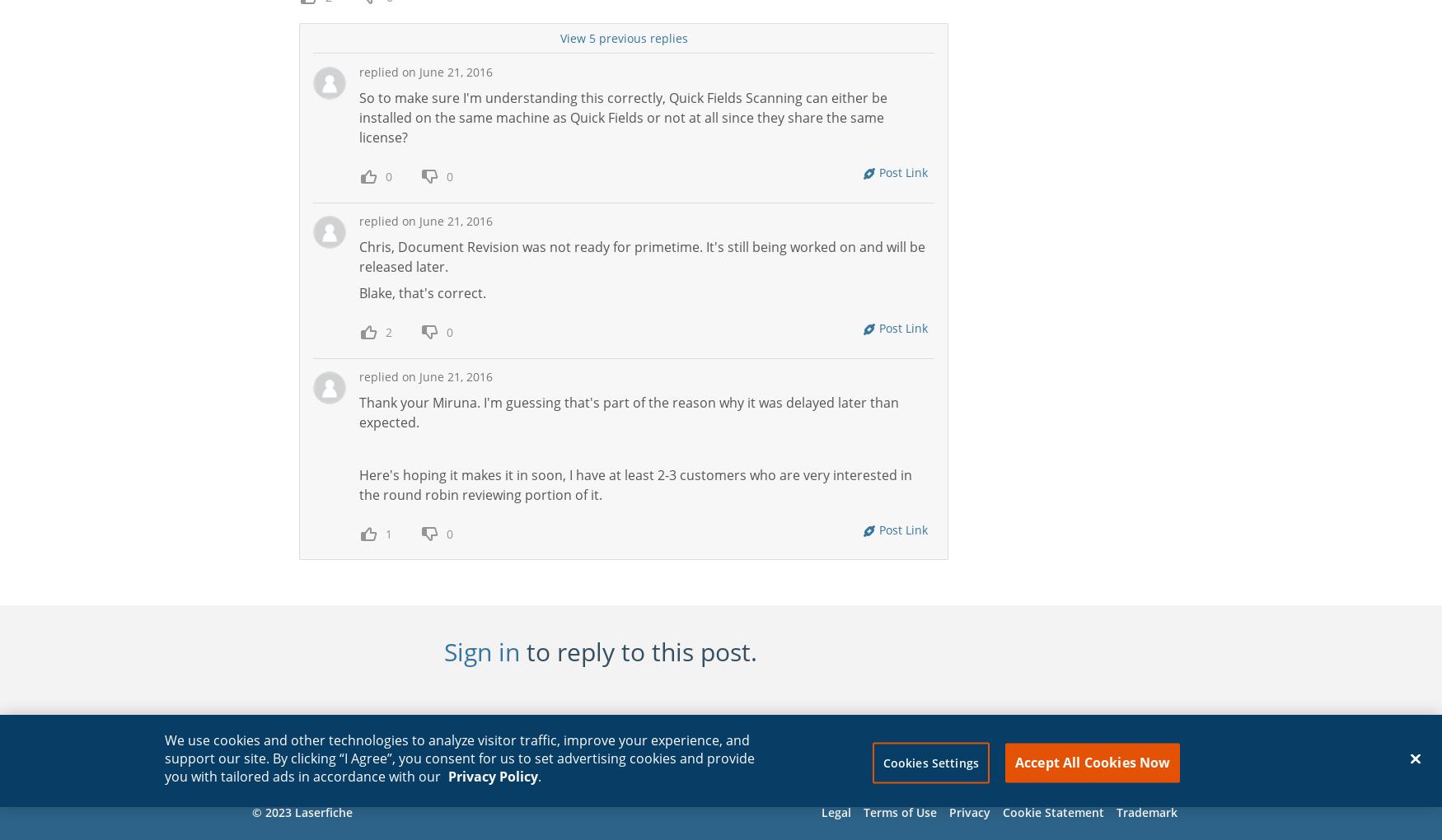 This screenshot has height=840, width=1442. Describe the element at coordinates (622, 38) in the screenshot. I see `'View 5 previous replies'` at that location.